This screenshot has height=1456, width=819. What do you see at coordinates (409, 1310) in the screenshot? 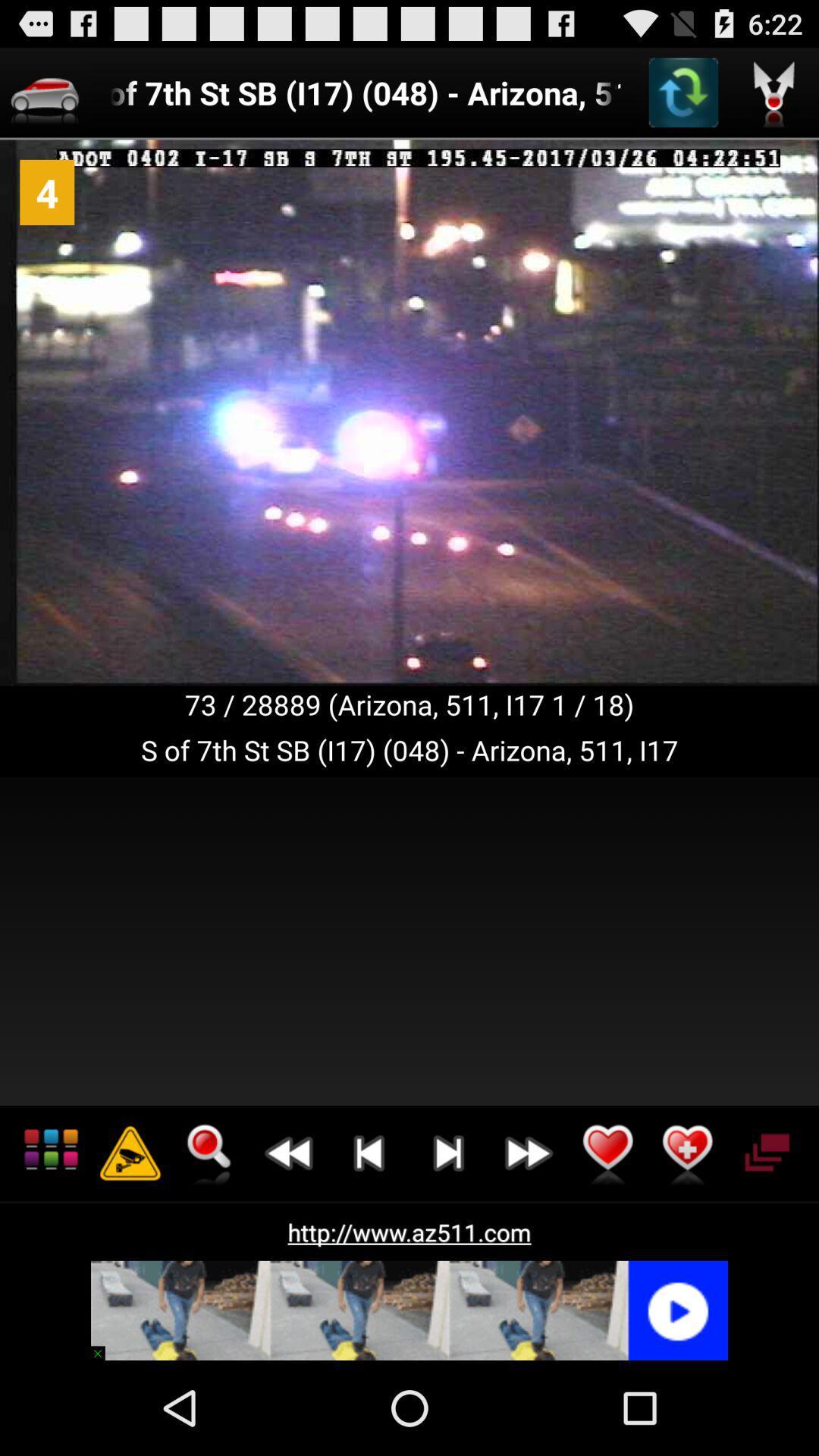
I see `open advertisement` at bounding box center [409, 1310].